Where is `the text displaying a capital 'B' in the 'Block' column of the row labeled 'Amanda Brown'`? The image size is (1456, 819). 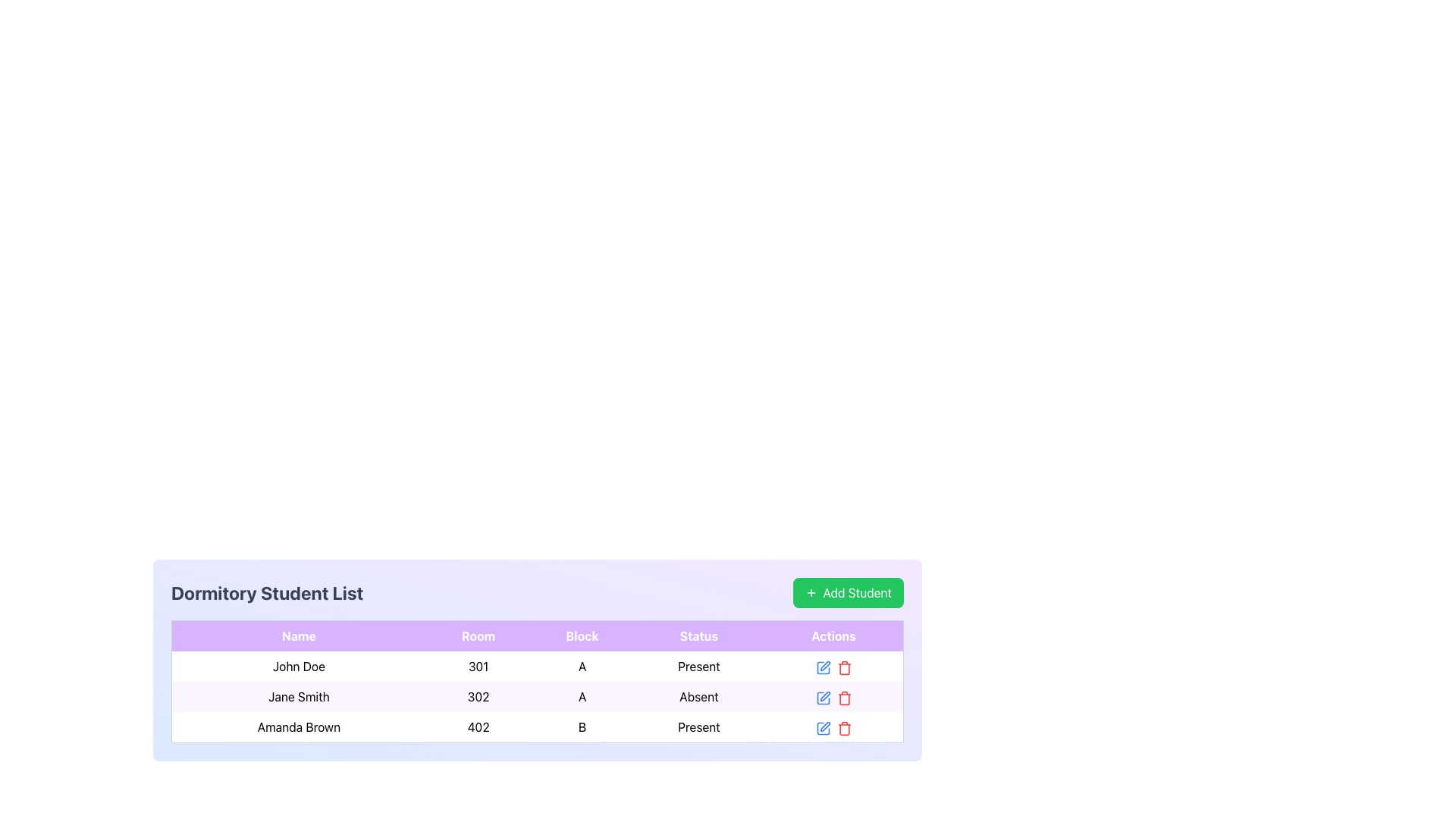 the text displaying a capital 'B' in the 'Block' column of the row labeled 'Amanda Brown' is located at coordinates (582, 726).